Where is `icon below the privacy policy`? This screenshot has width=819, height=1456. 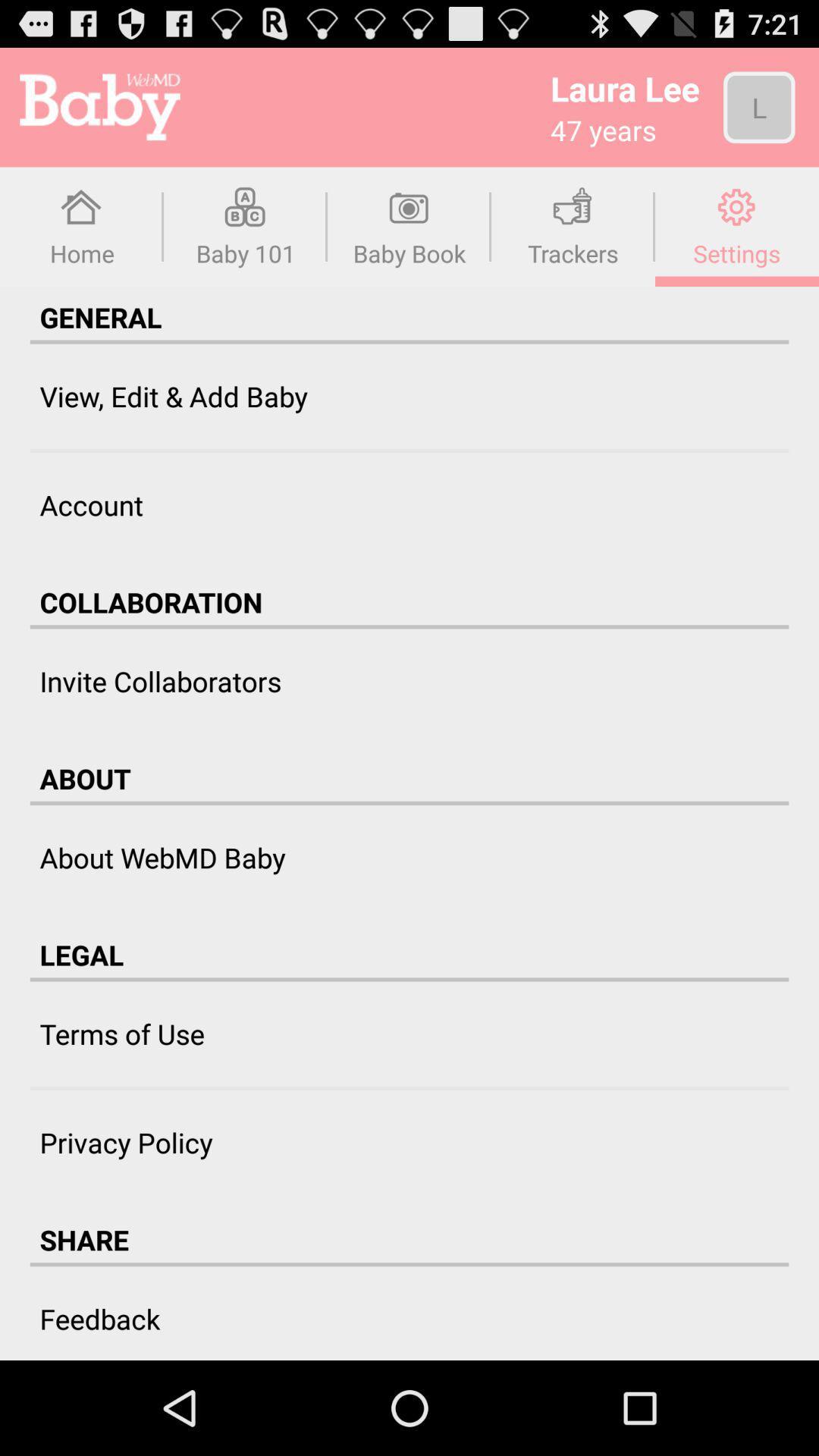
icon below the privacy policy is located at coordinates (84, 1240).